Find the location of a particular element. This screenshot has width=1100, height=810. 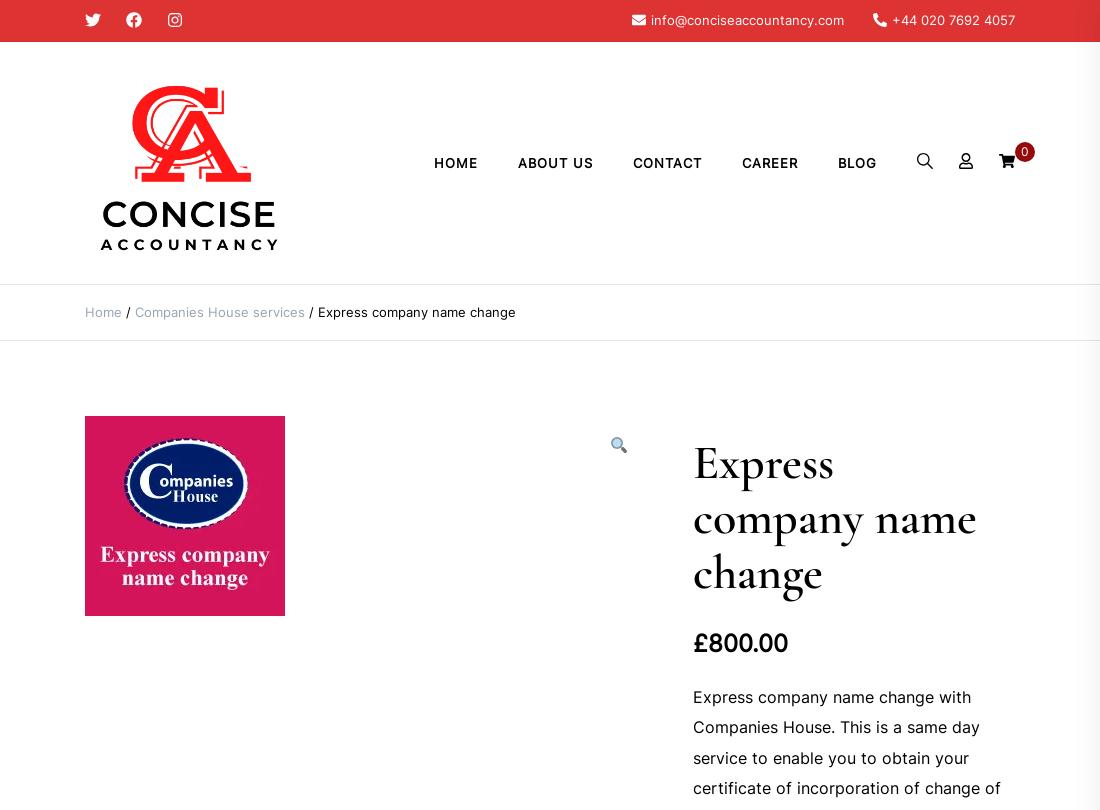

'Concise Accountancy' is located at coordinates (85, 303).